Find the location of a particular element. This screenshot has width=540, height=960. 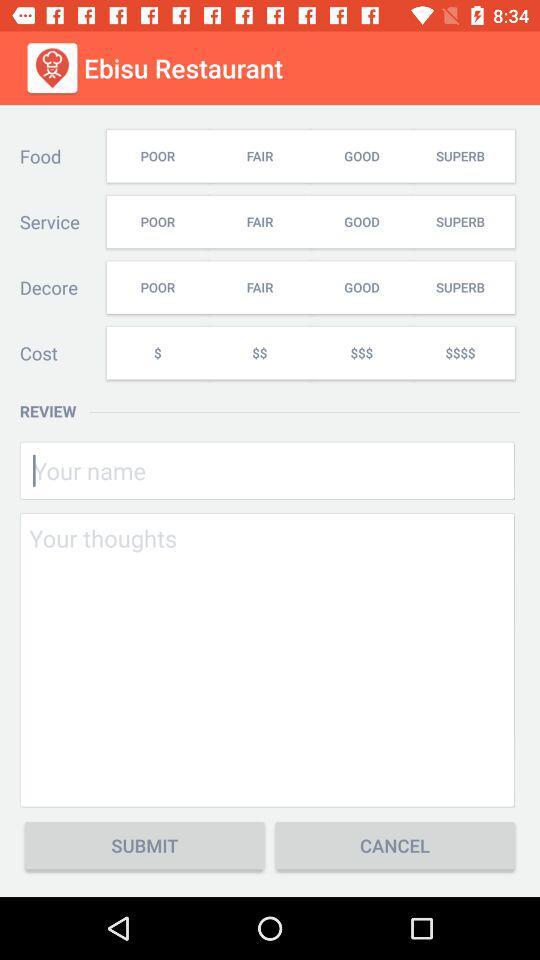

item to the right of cost icon is located at coordinates (156, 353).